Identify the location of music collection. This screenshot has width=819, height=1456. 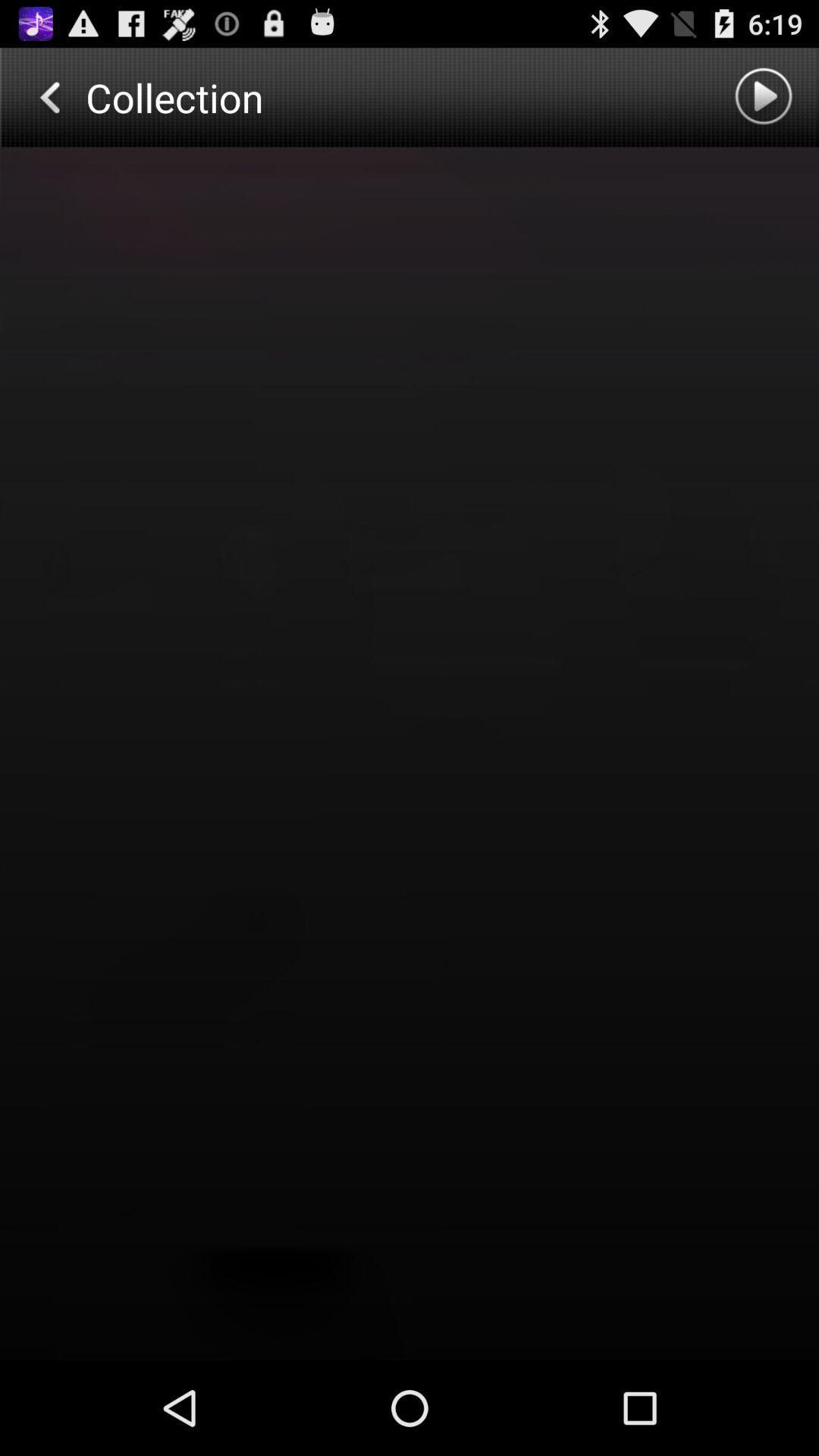
(765, 96).